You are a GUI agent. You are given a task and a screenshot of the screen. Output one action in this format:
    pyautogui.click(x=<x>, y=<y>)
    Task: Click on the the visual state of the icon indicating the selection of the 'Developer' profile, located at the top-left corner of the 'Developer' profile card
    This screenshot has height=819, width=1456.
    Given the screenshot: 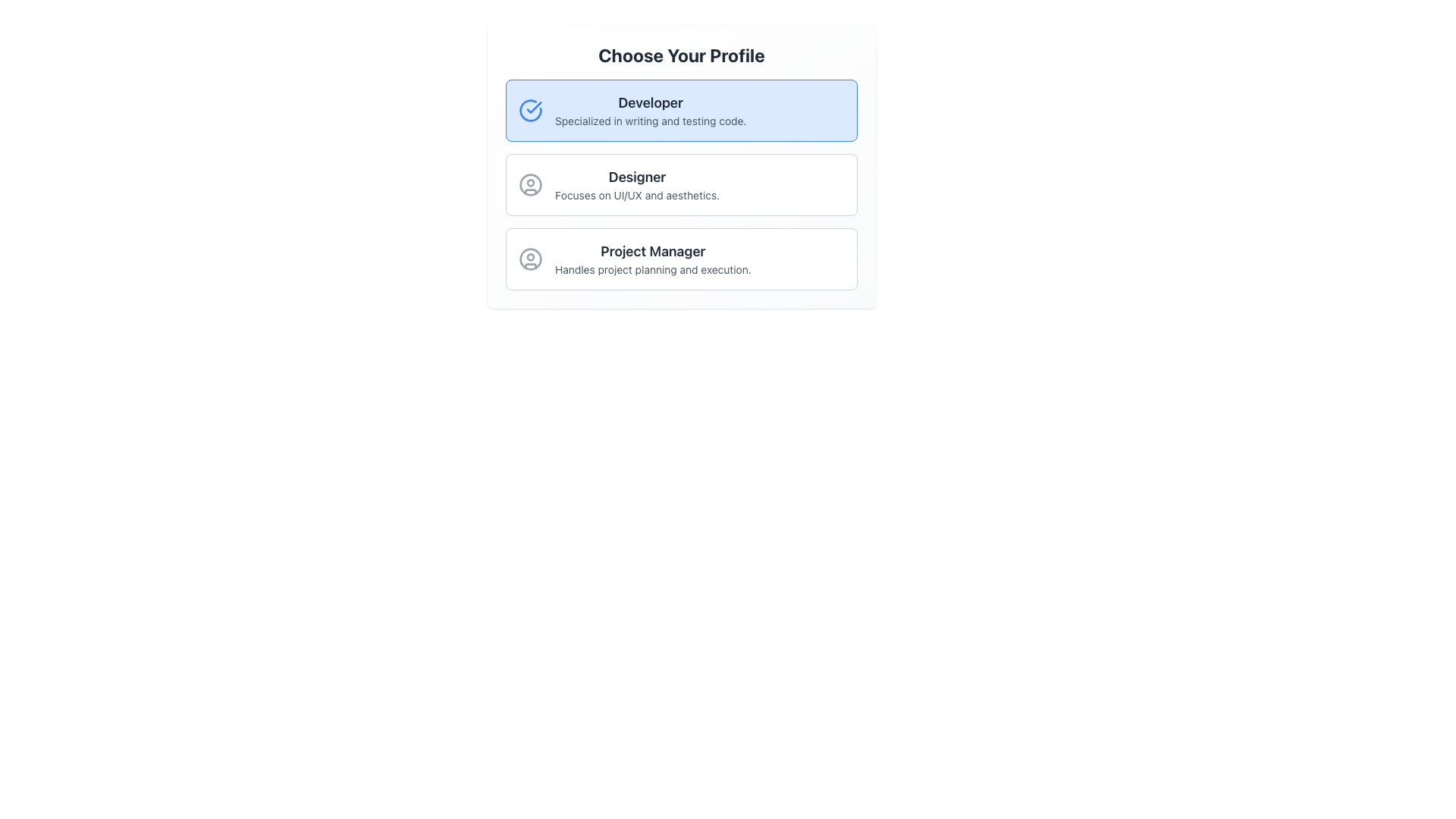 What is the action you would take?
    pyautogui.click(x=531, y=110)
    